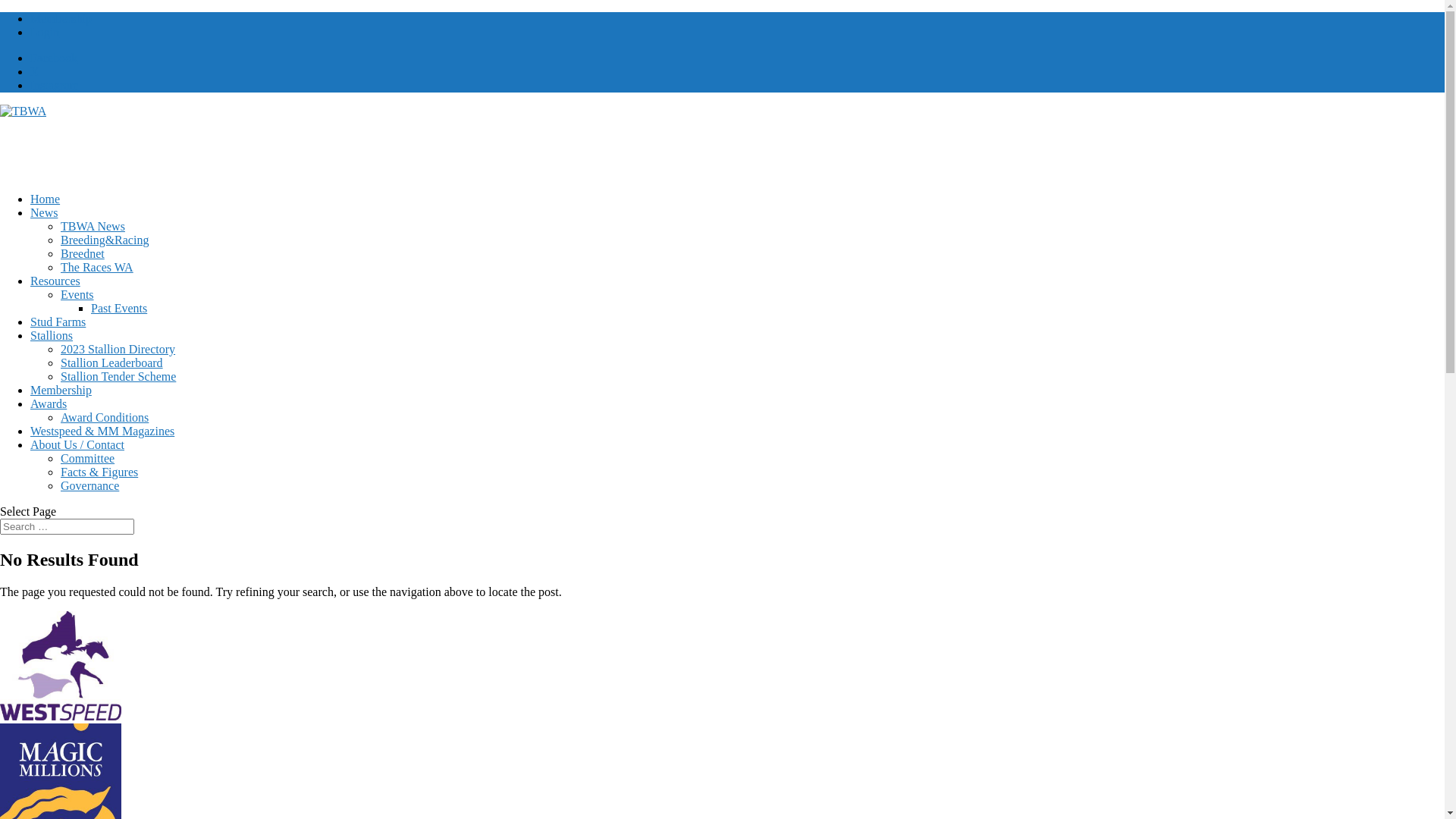 The image size is (1456, 819). What do you see at coordinates (92, 226) in the screenshot?
I see `'TBWA News'` at bounding box center [92, 226].